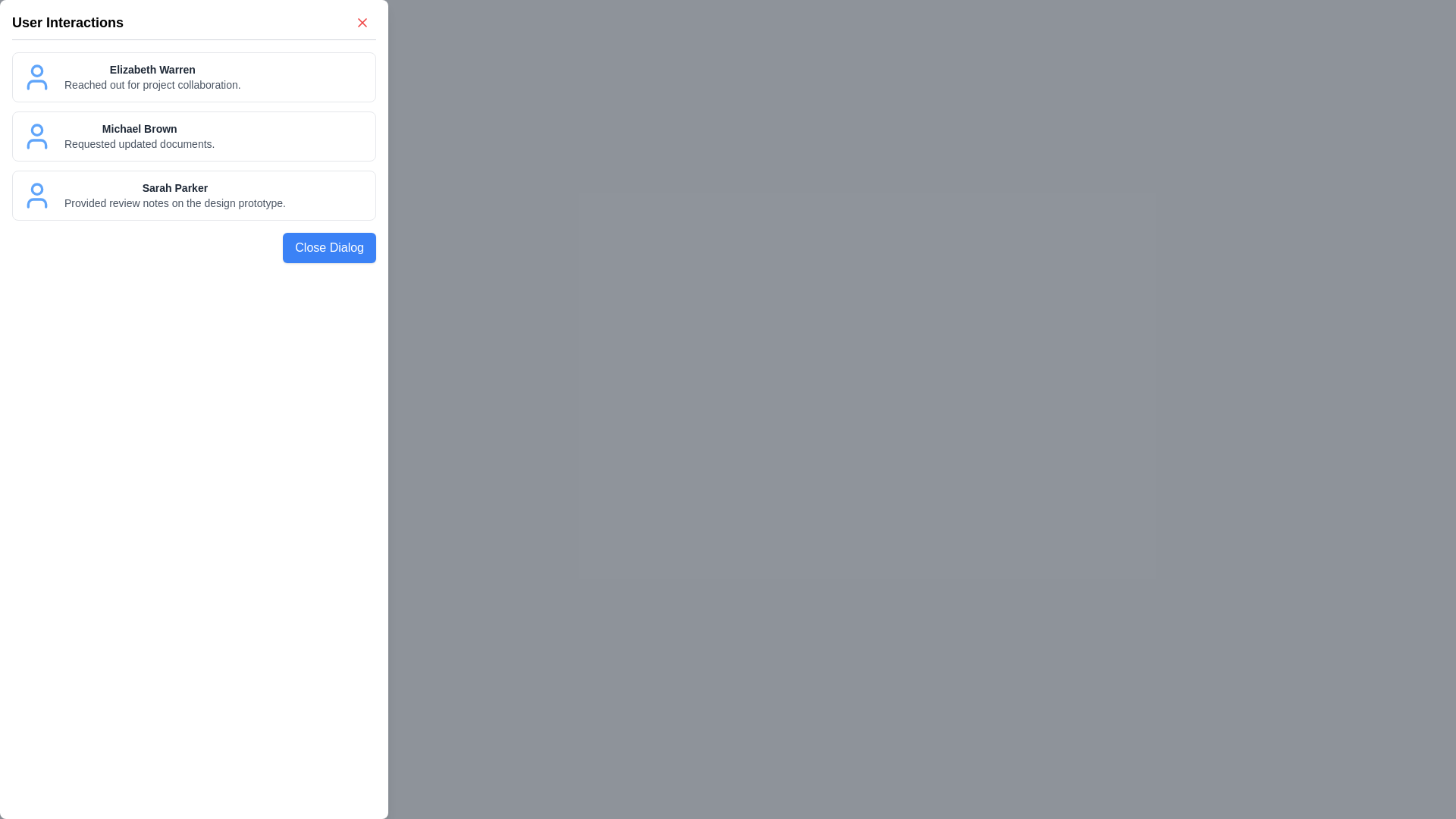 Image resolution: width=1456 pixels, height=819 pixels. Describe the element at coordinates (193, 195) in the screenshot. I see `the user interaction corresponding to Sarah Parker` at that location.